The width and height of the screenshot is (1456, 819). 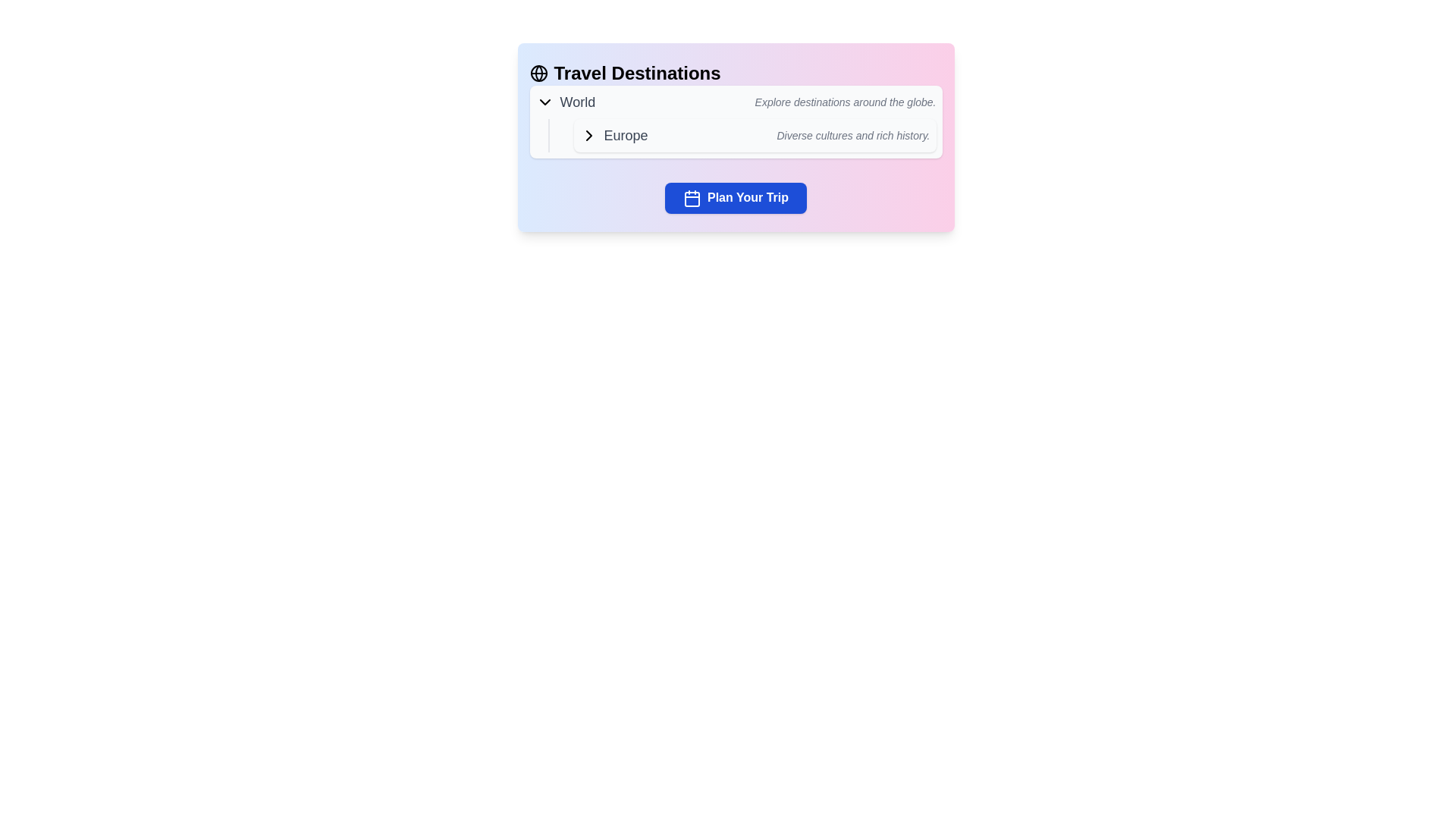 What do you see at coordinates (736, 121) in the screenshot?
I see `the nested list or accordion component for travel destinations to emphasize or reveal additional details` at bounding box center [736, 121].